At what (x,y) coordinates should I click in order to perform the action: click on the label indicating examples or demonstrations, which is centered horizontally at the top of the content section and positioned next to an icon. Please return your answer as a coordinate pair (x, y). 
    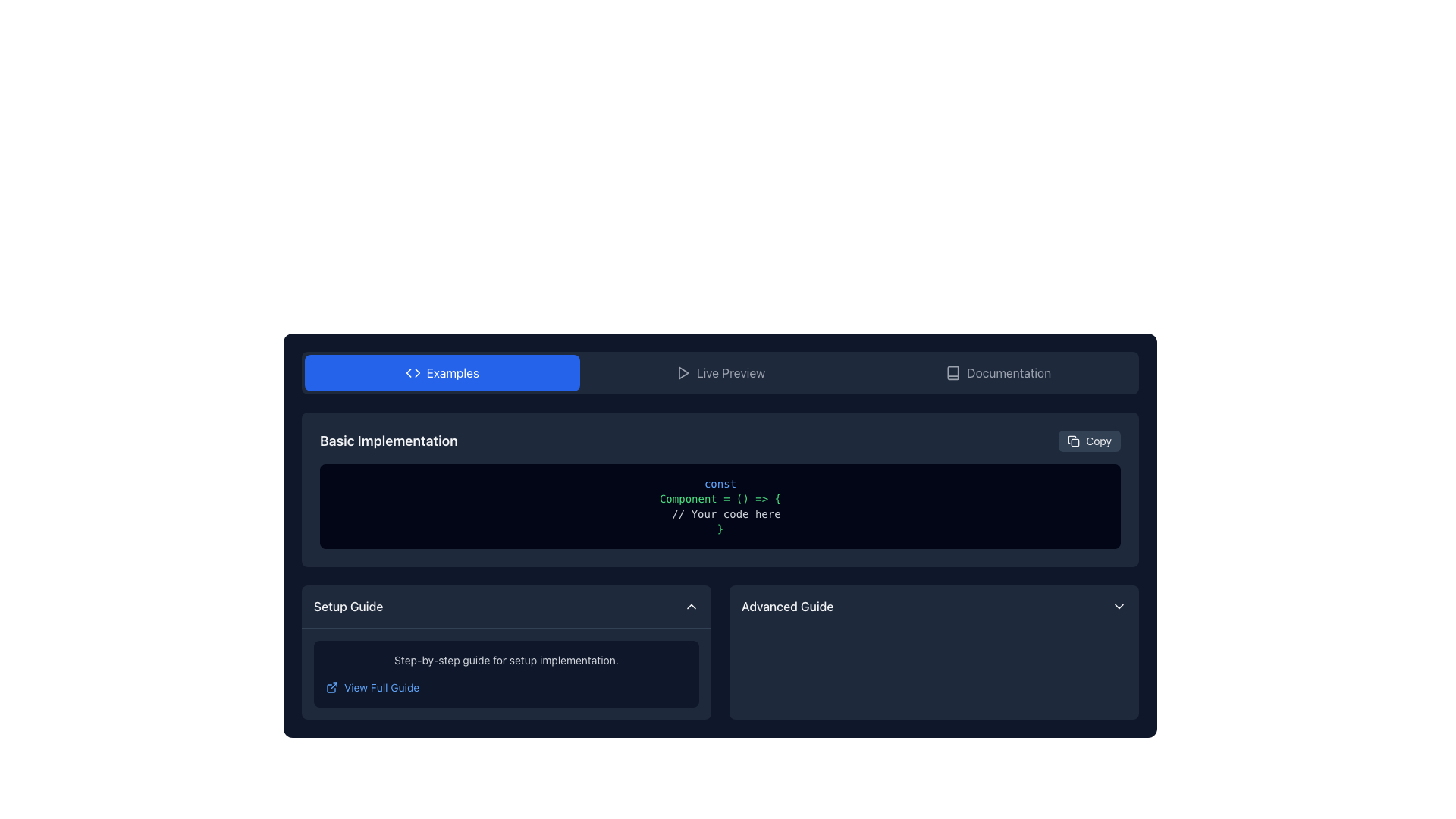
    Looking at the image, I should click on (452, 373).